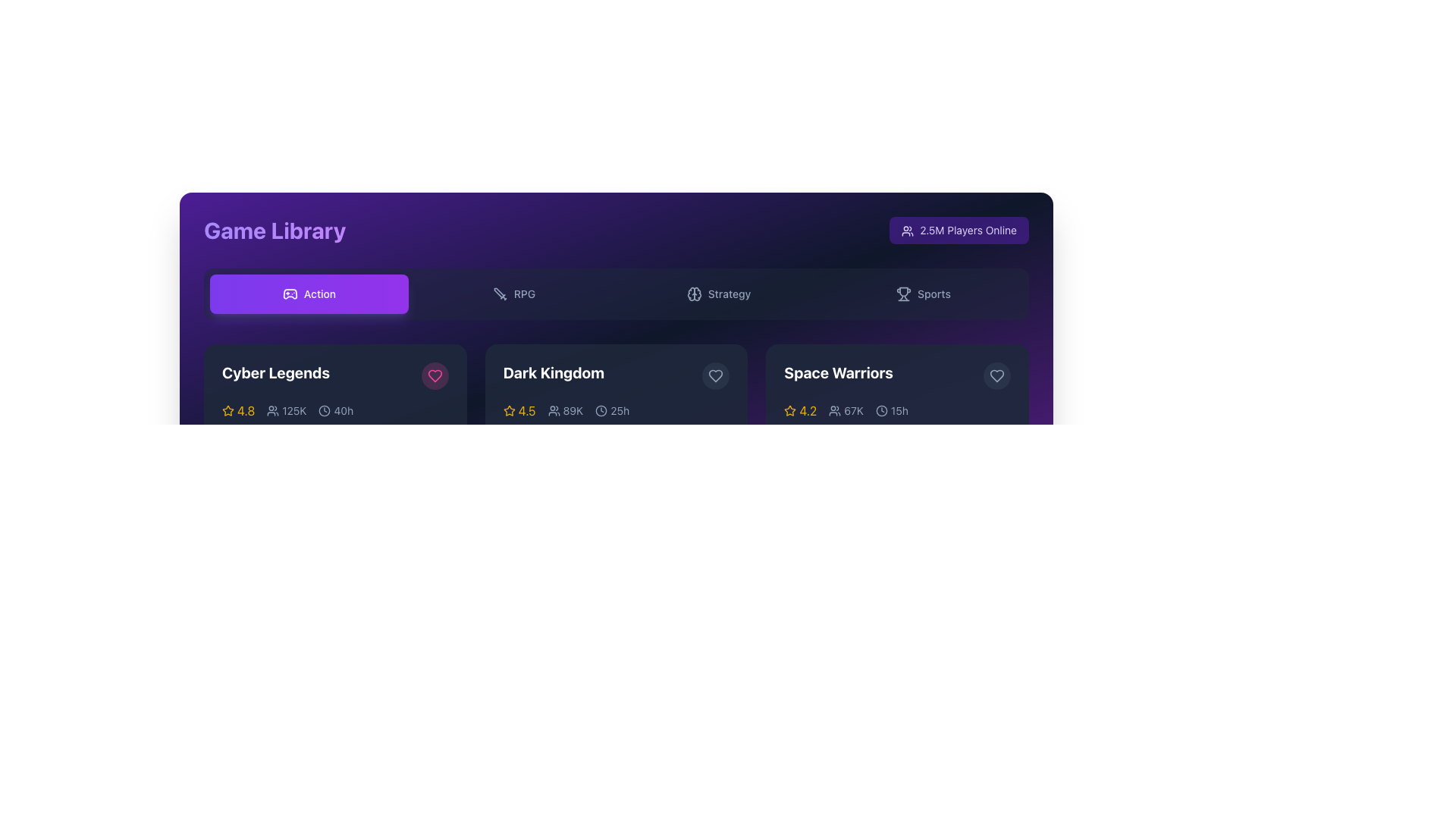  What do you see at coordinates (500, 294) in the screenshot?
I see `the decorative SVG icon representing 'RPG' located to the left of the text 'RPG' in the navigation row` at bounding box center [500, 294].